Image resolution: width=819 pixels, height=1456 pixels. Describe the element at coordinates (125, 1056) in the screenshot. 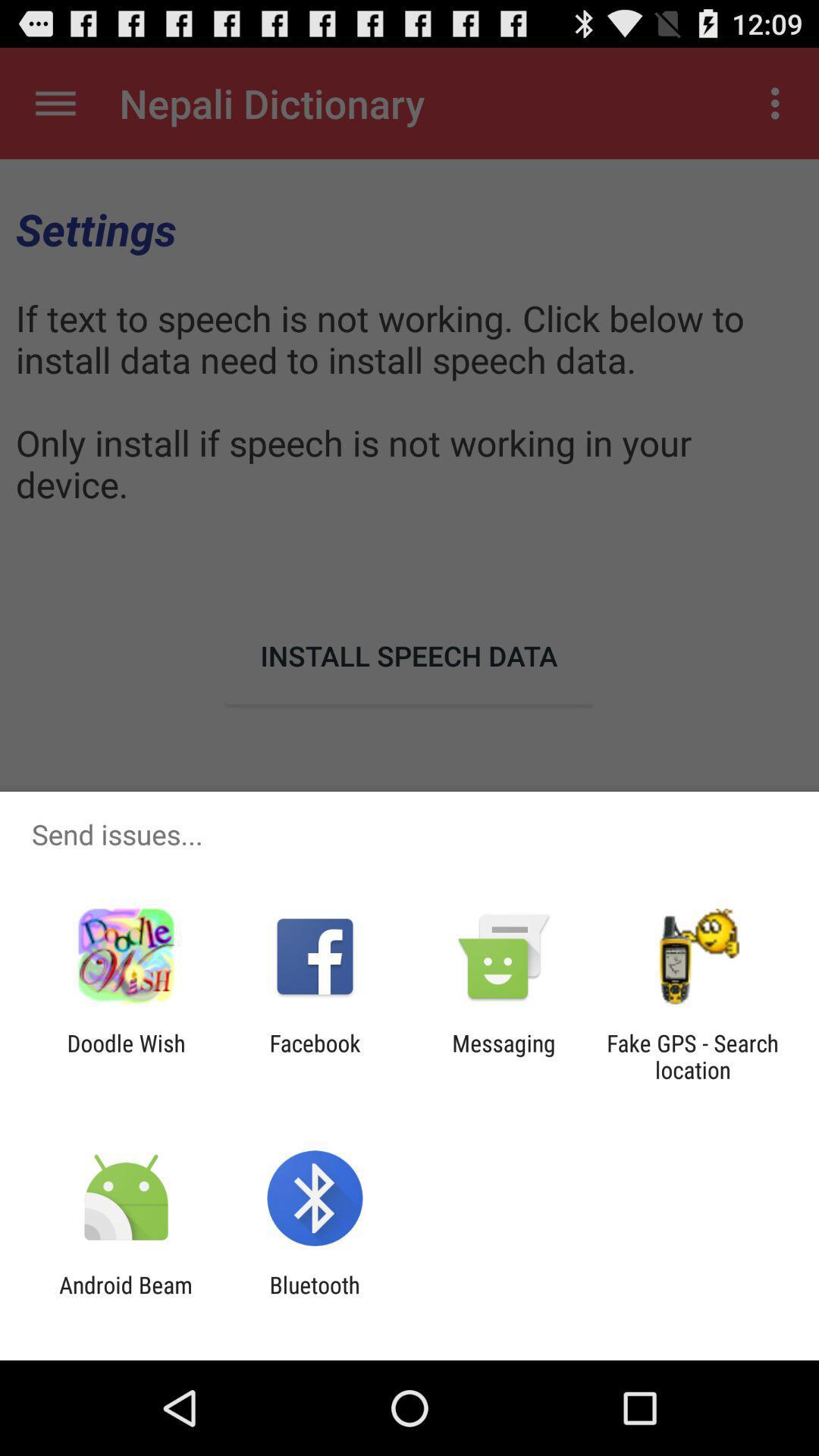

I see `the icon next to the facebook icon` at that location.